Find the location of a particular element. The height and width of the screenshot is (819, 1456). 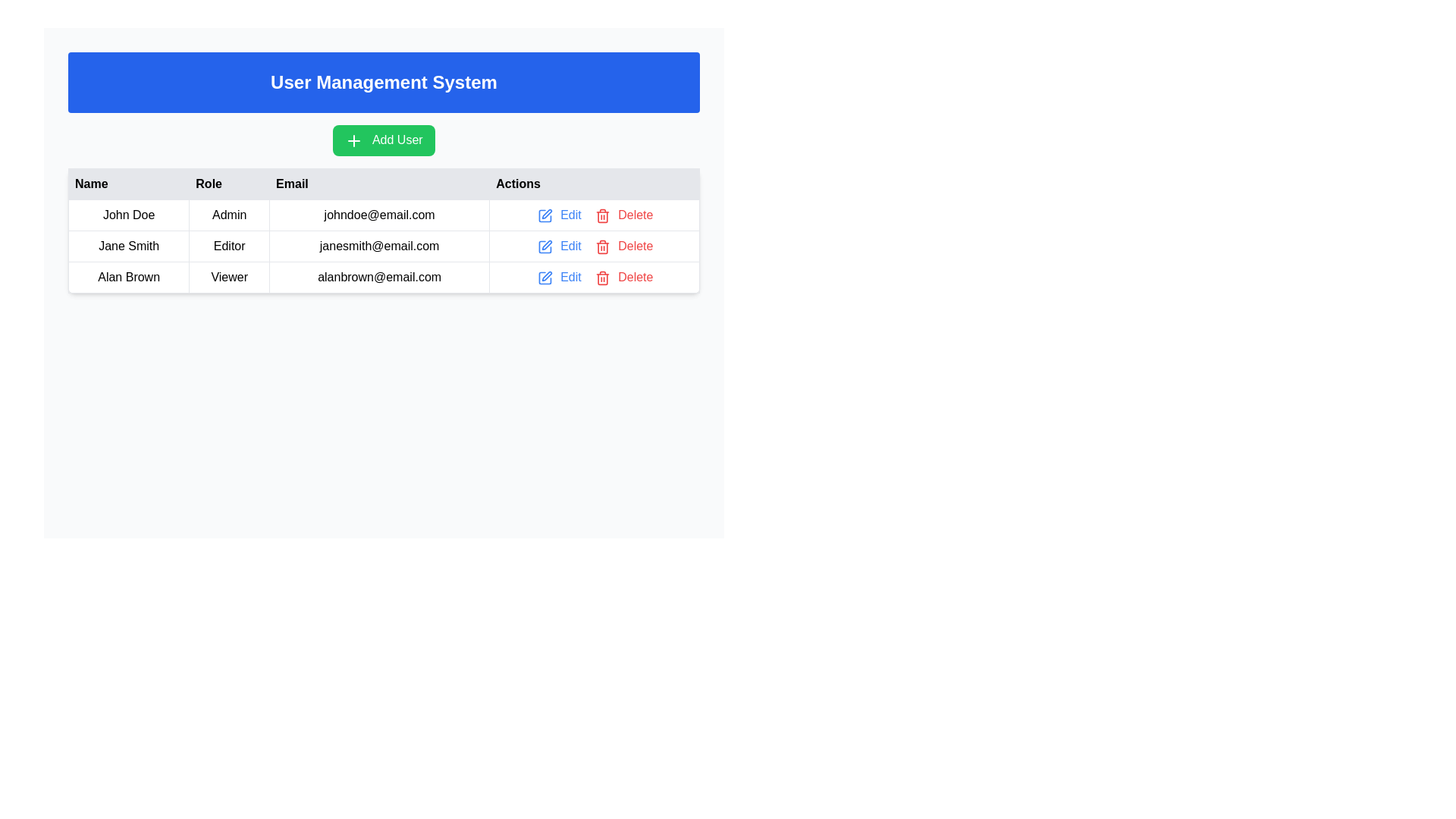

the trash can icon within the 'Delete' button to initiate the deletion of the corresponding user record is located at coordinates (601, 215).